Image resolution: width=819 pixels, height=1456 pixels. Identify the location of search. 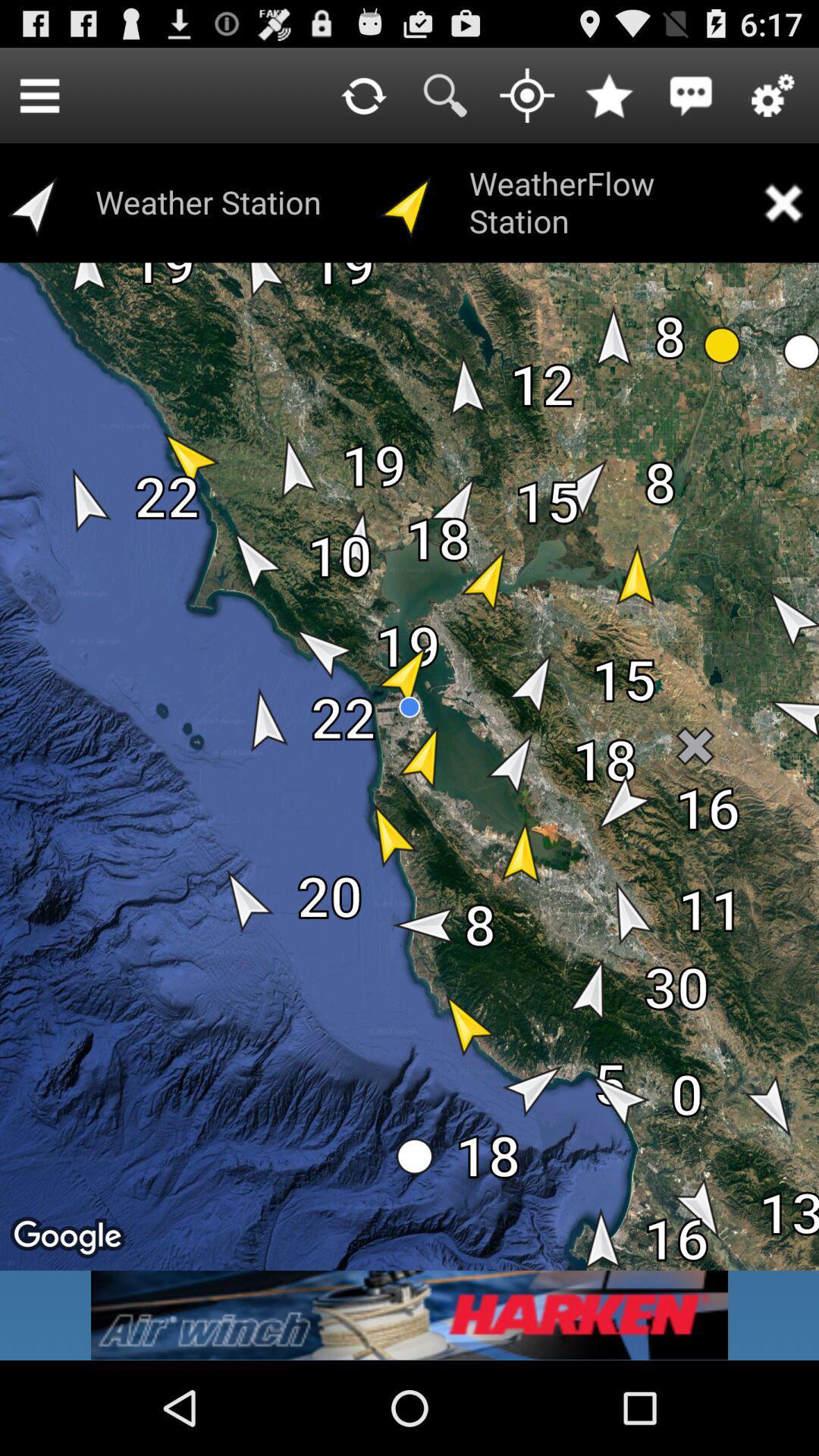
(444, 94).